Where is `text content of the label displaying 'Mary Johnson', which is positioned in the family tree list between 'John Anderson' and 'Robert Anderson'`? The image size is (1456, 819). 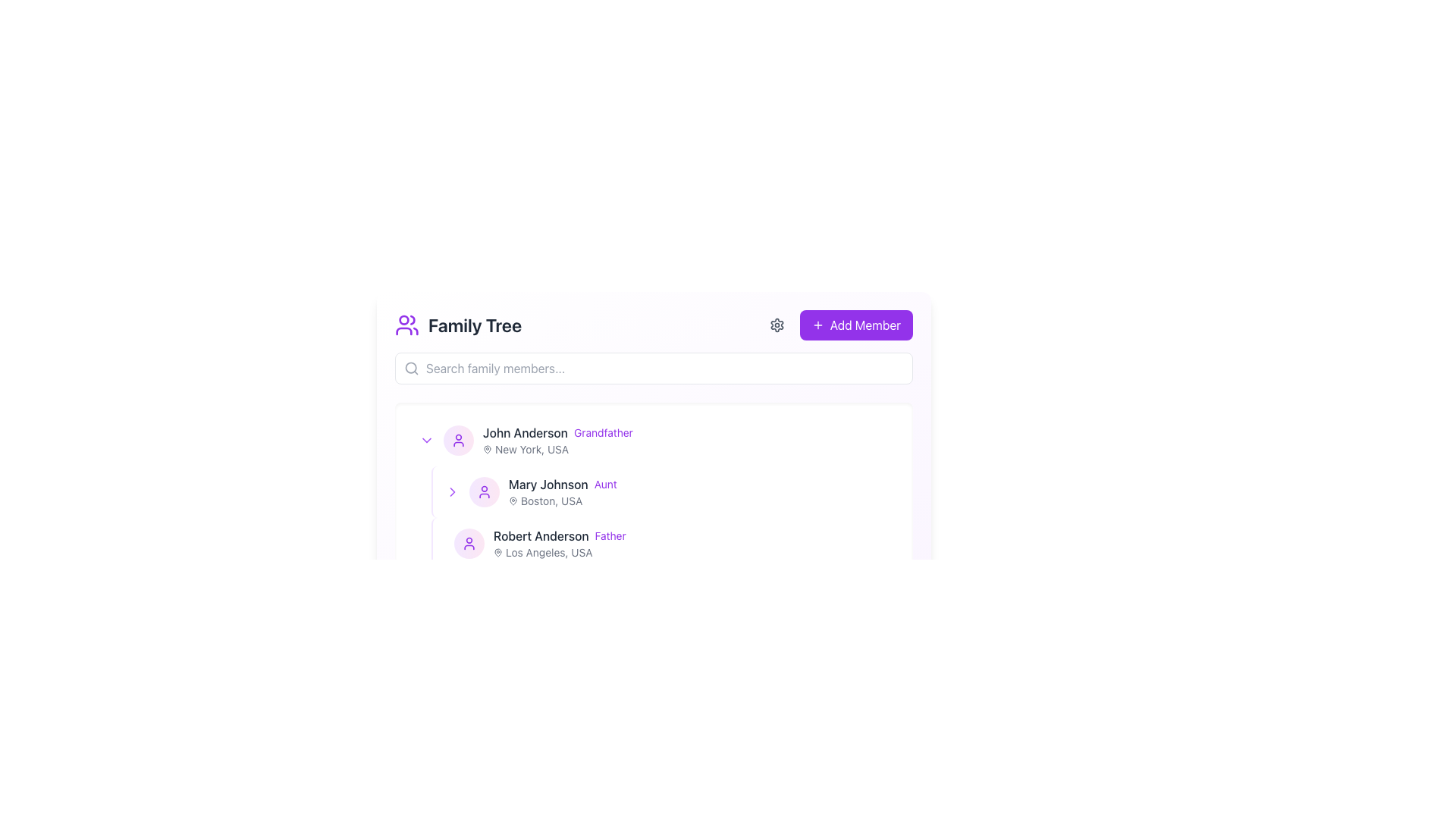
text content of the label displaying 'Mary Johnson', which is positioned in the family tree list between 'John Anderson' and 'Robert Anderson' is located at coordinates (548, 485).